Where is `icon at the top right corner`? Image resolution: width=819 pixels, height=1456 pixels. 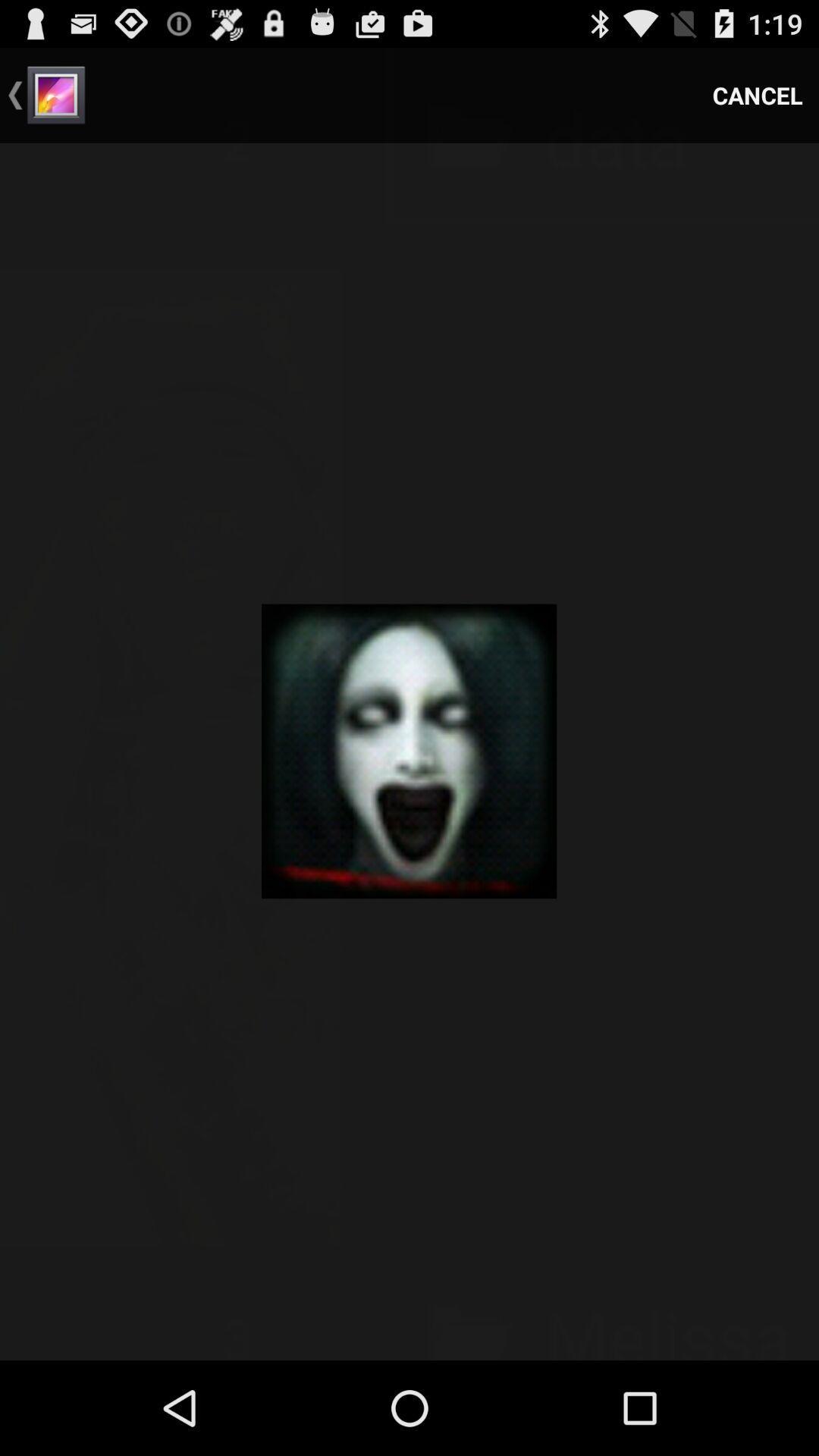
icon at the top right corner is located at coordinates (758, 94).